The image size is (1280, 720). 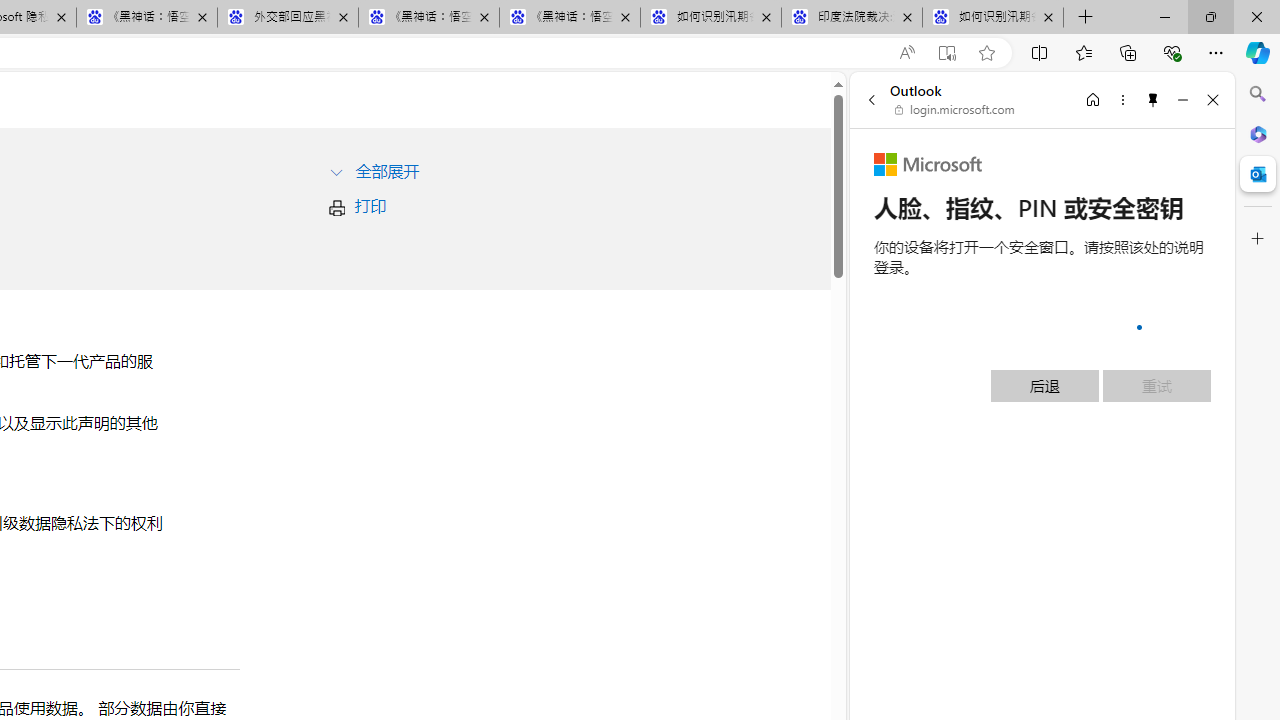 I want to click on 'login.microsoft.com', so click(x=954, y=110).